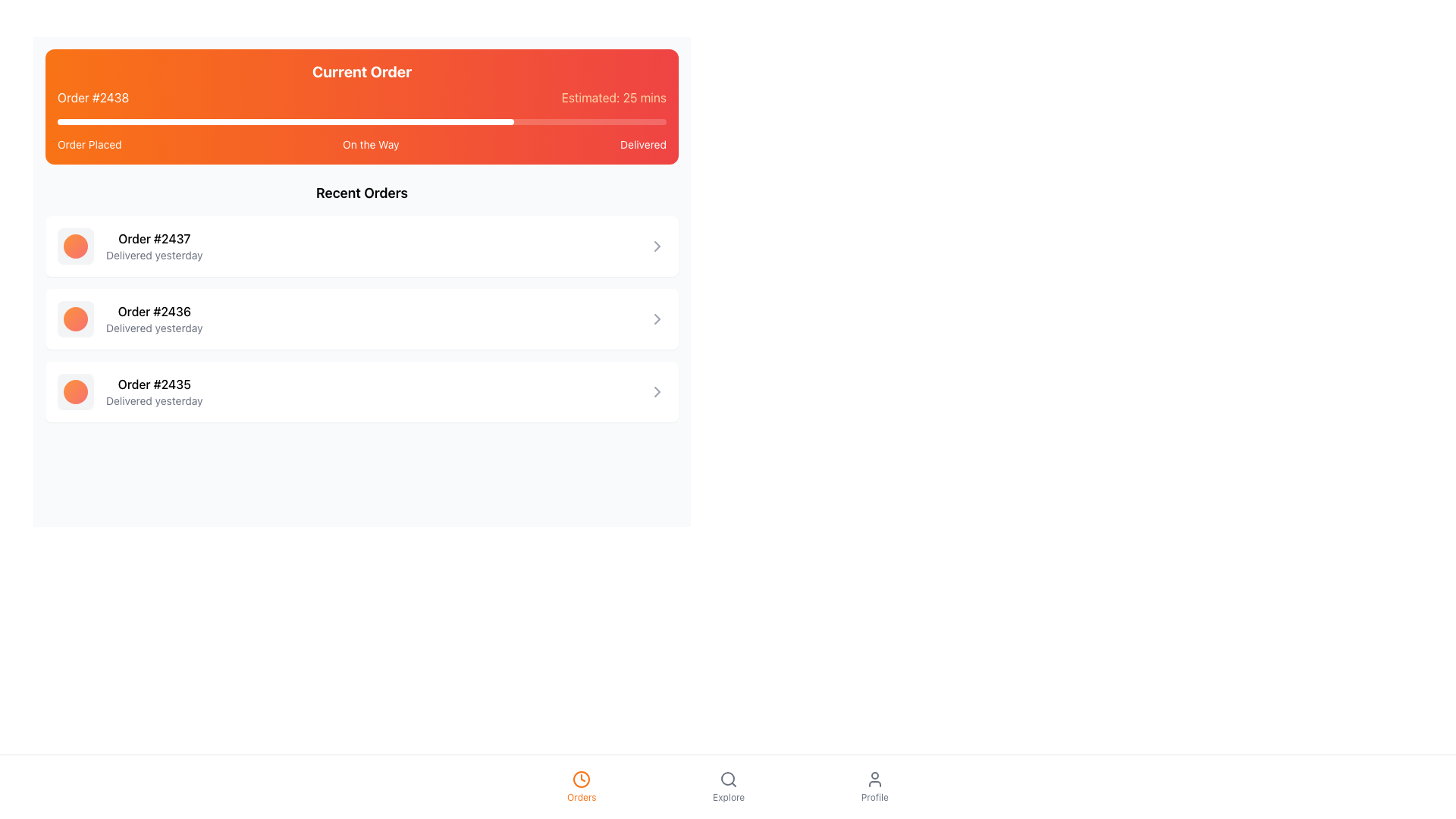 The image size is (1456, 819). I want to click on the middle entry in the 'Recent Orders' section, so click(130, 318).